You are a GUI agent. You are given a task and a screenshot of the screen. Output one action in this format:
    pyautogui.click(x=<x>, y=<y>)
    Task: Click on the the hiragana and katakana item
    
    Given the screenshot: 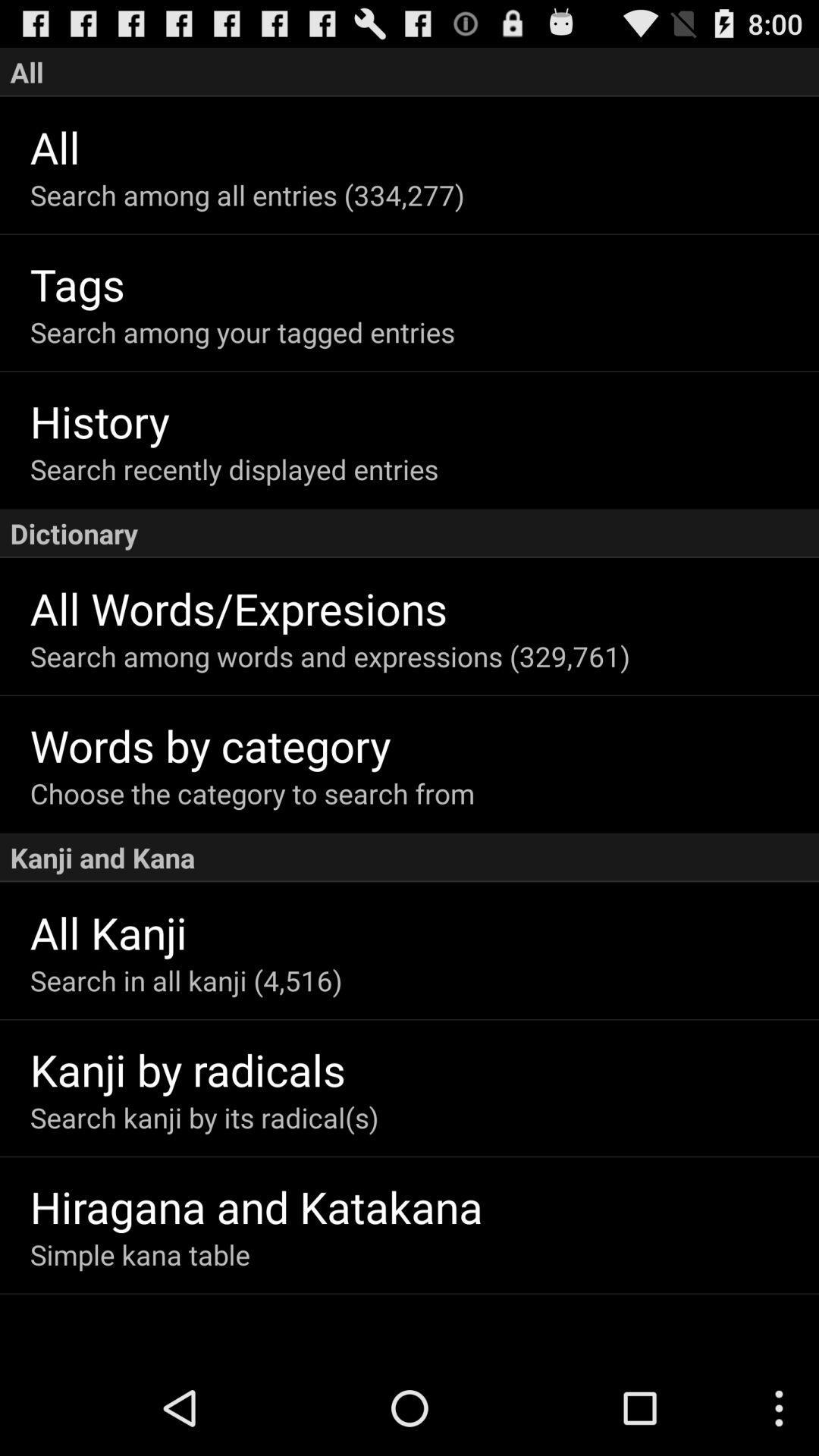 What is the action you would take?
    pyautogui.click(x=424, y=1206)
    